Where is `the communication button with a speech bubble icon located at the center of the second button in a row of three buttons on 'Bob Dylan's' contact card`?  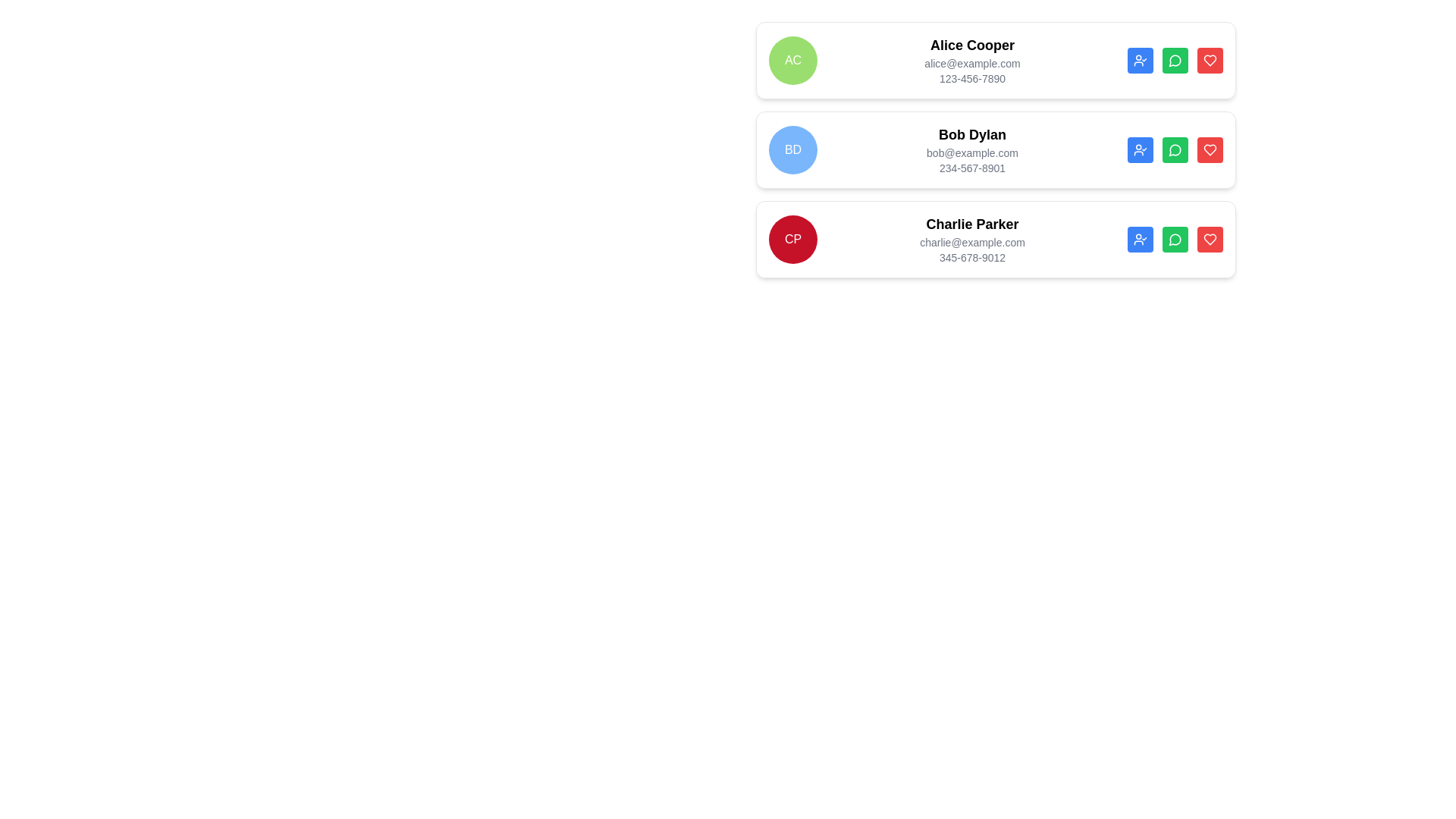 the communication button with a speech bubble icon located at the center of the second button in a row of three buttons on 'Bob Dylan's' contact card is located at coordinates (1175, 149).